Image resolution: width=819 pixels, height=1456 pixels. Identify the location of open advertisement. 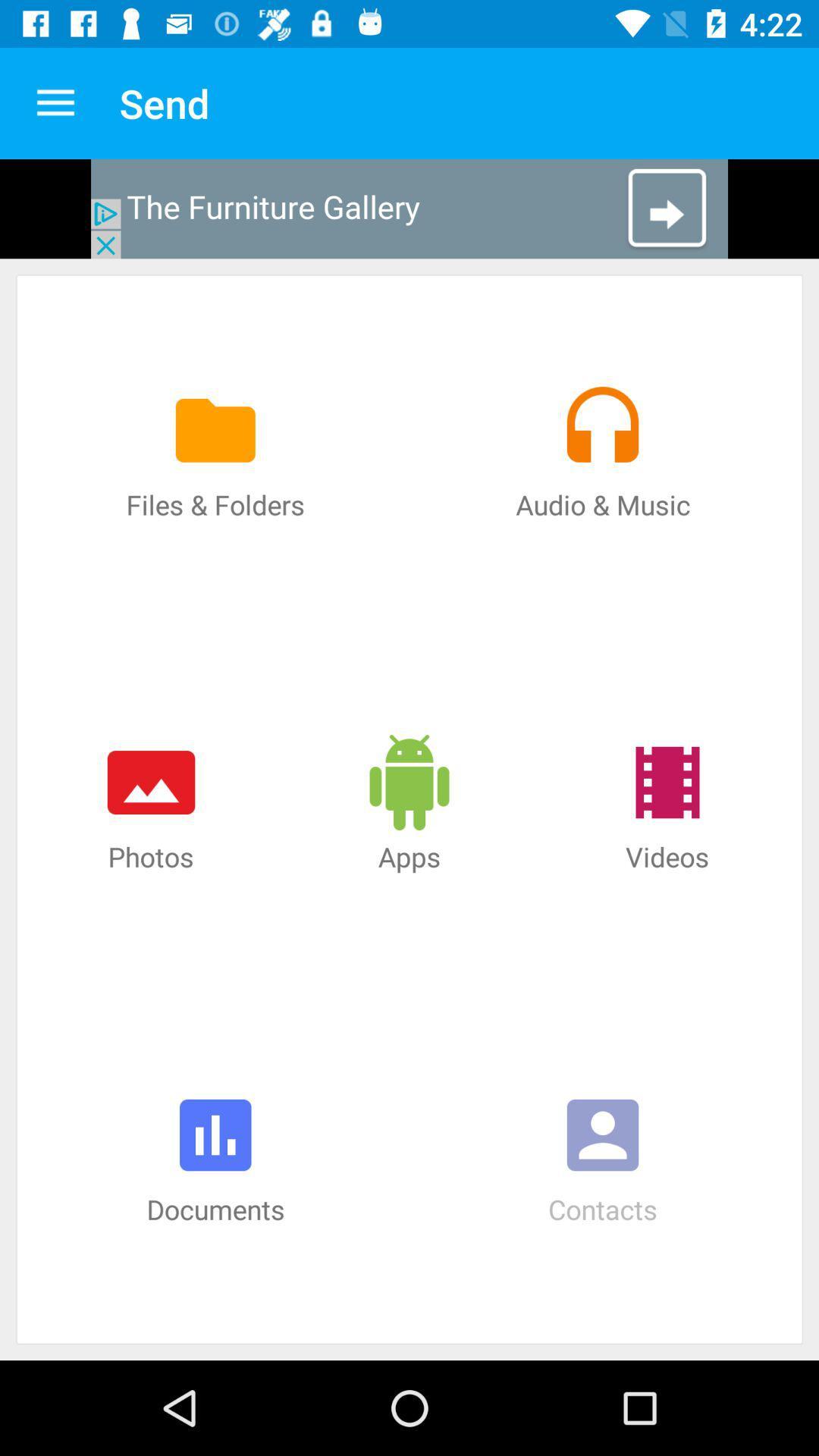
(409, 208).